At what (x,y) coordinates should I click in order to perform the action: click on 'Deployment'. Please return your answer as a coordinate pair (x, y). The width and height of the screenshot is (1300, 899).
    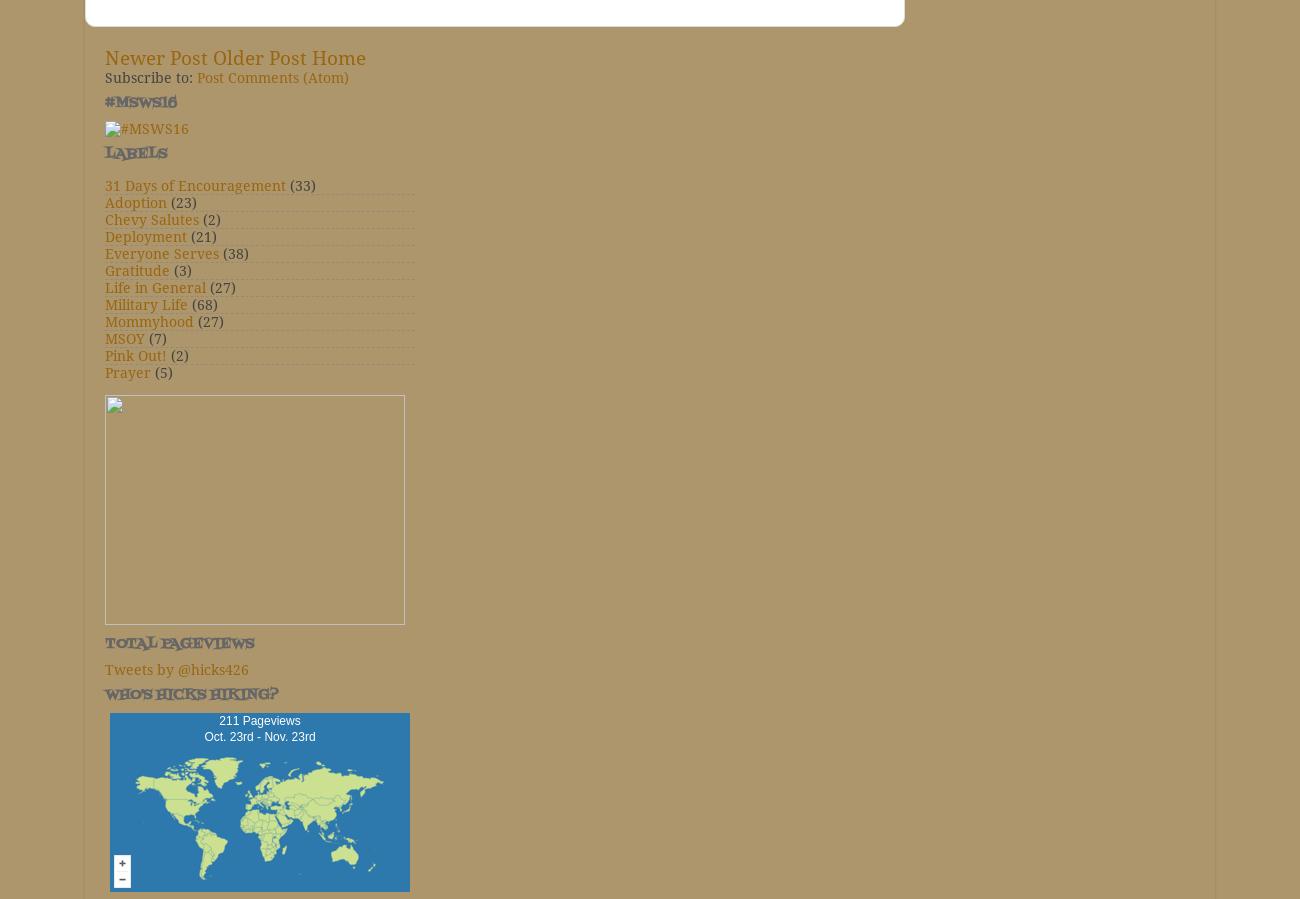
    Looking at the image, I should click on (144, 236).